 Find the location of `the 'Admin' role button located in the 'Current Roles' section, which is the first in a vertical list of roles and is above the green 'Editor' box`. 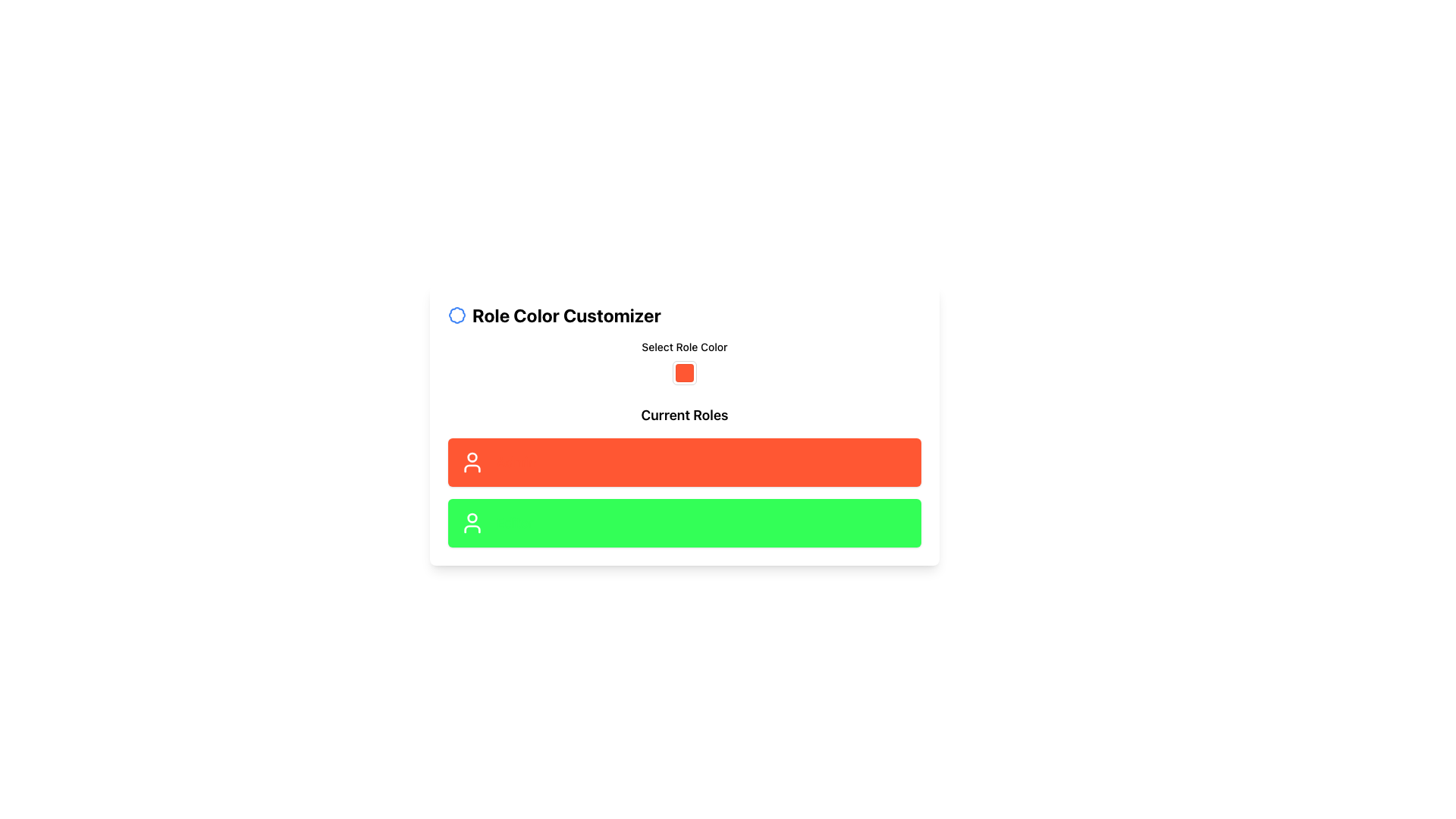

the 'Admin' role button located in the 'Current Roles' section, which is the first in a vertical list of roles and is above the green 'Editor' box is located at coordinates (683, 461).